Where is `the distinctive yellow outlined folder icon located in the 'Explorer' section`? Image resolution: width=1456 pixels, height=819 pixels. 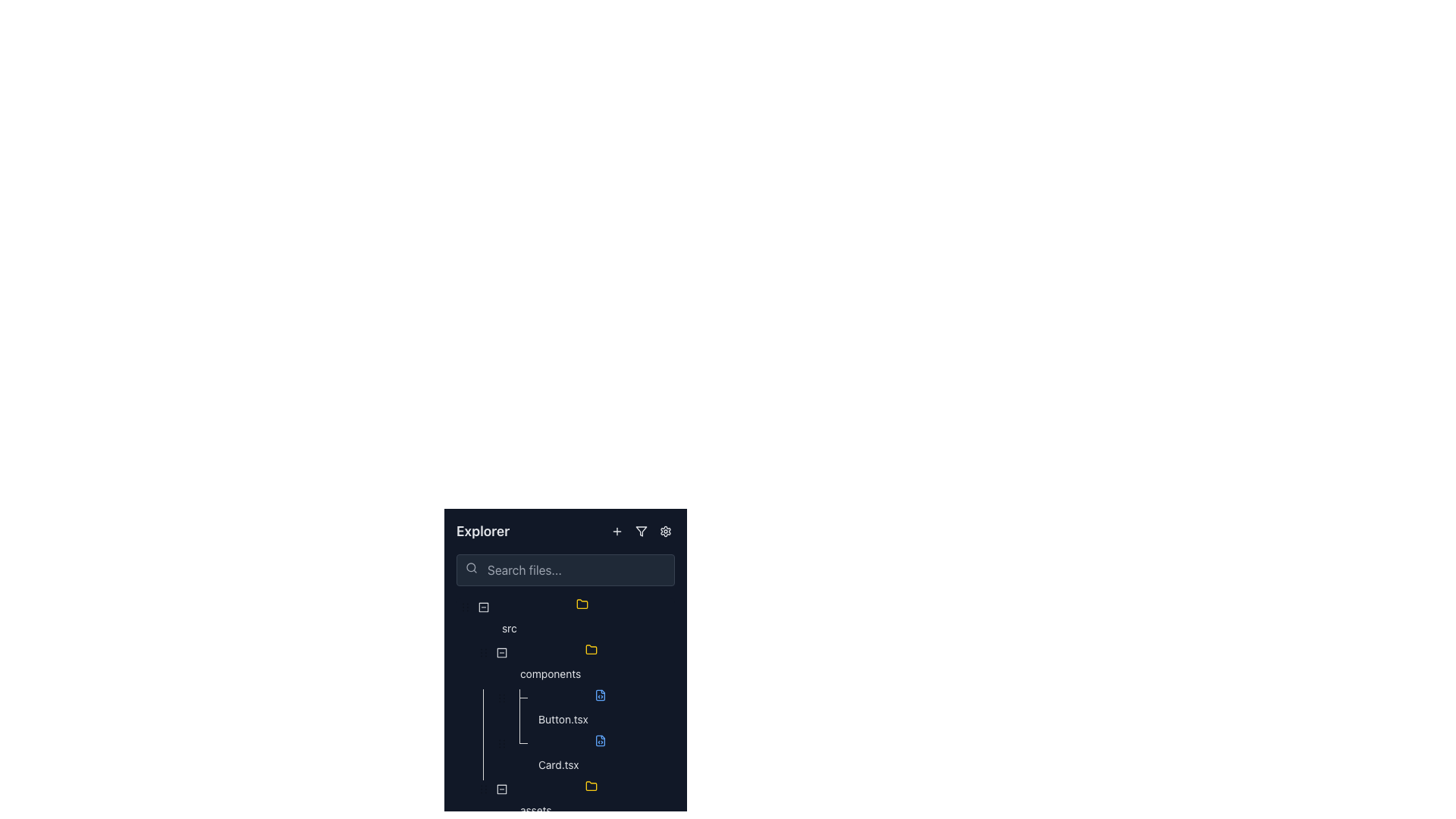
the distinctive yellow outlined folder icon located in the 'Explorer' section is located at coordinates (582, 604).